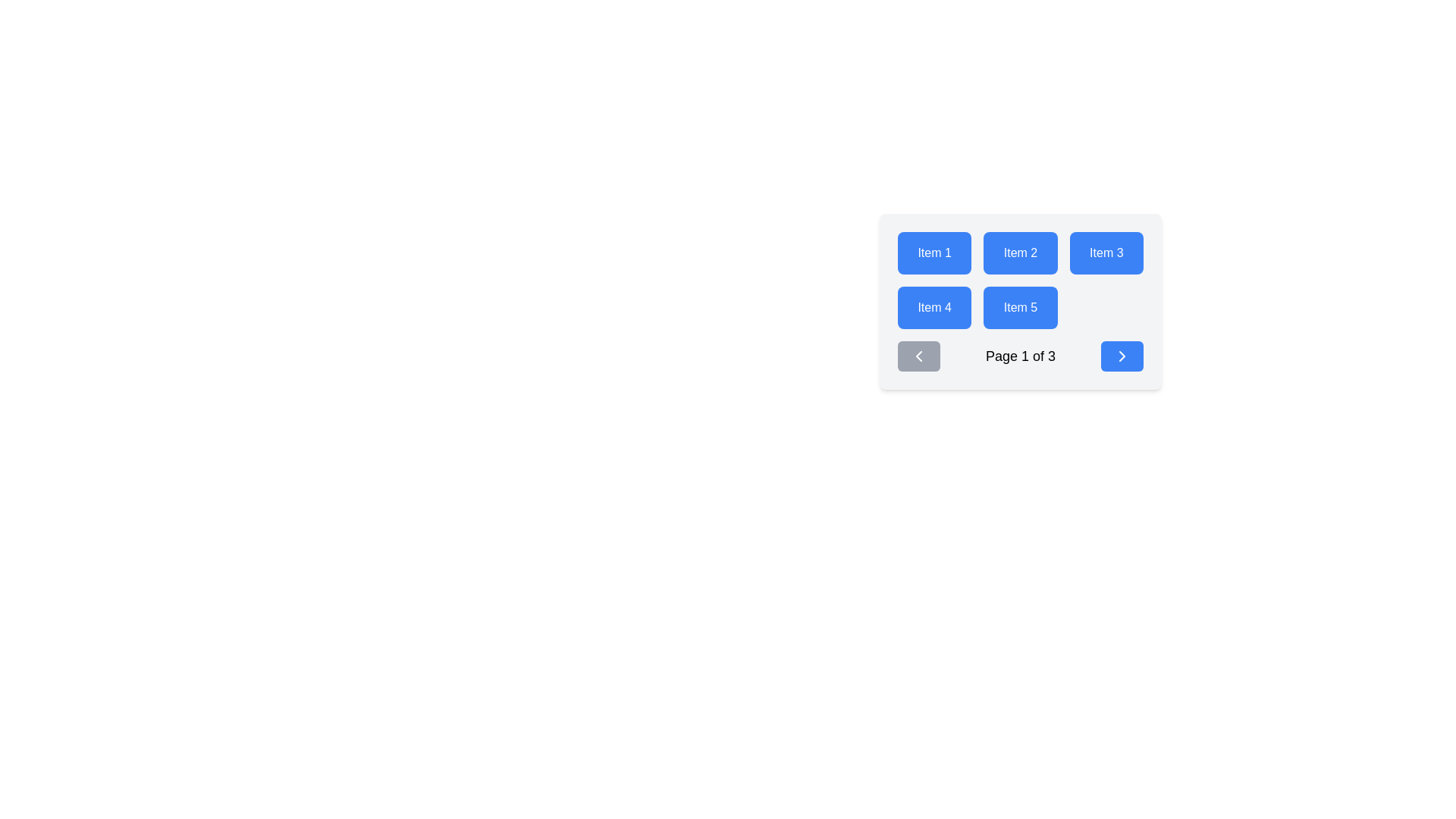  What do you see at coordinates (918, 356) in the screenshot?
I see `the navigation control icon` at bounding box center [918, 356].